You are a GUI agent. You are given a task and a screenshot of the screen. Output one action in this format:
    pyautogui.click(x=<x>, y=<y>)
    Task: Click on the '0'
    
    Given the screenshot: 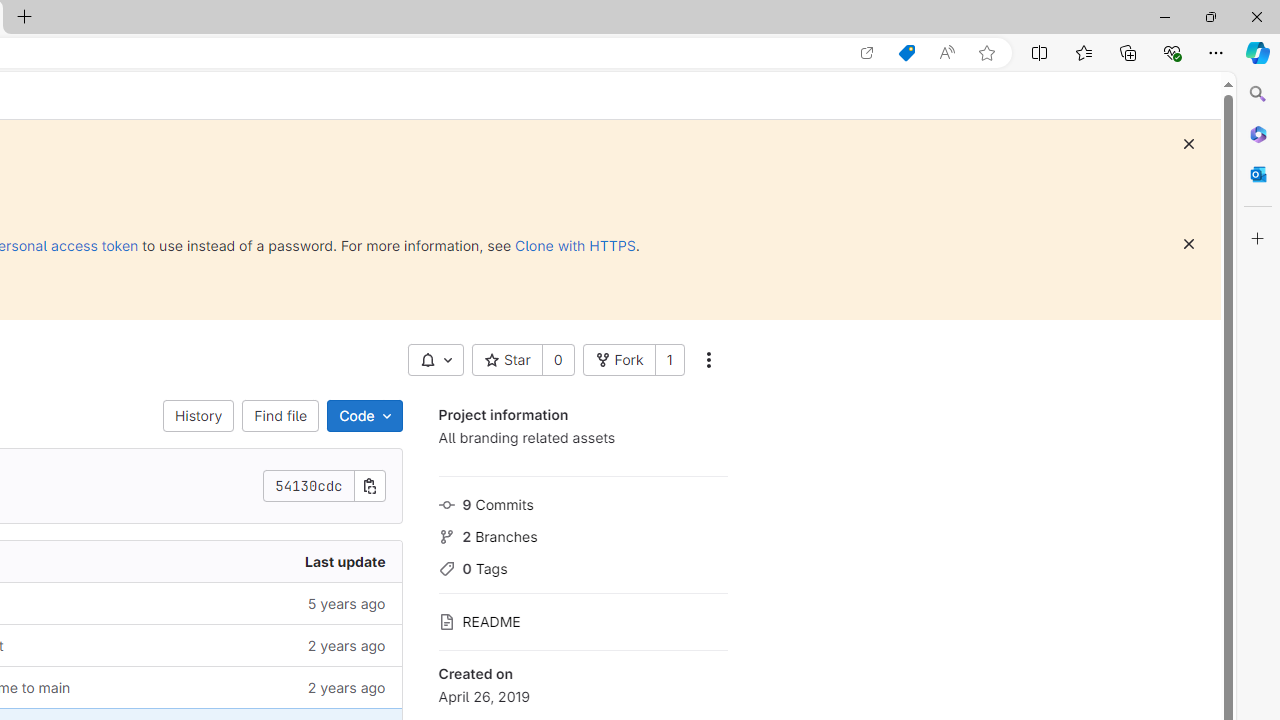 What is the action you would take?
    pyautogui.click(x=558, y=360)
    